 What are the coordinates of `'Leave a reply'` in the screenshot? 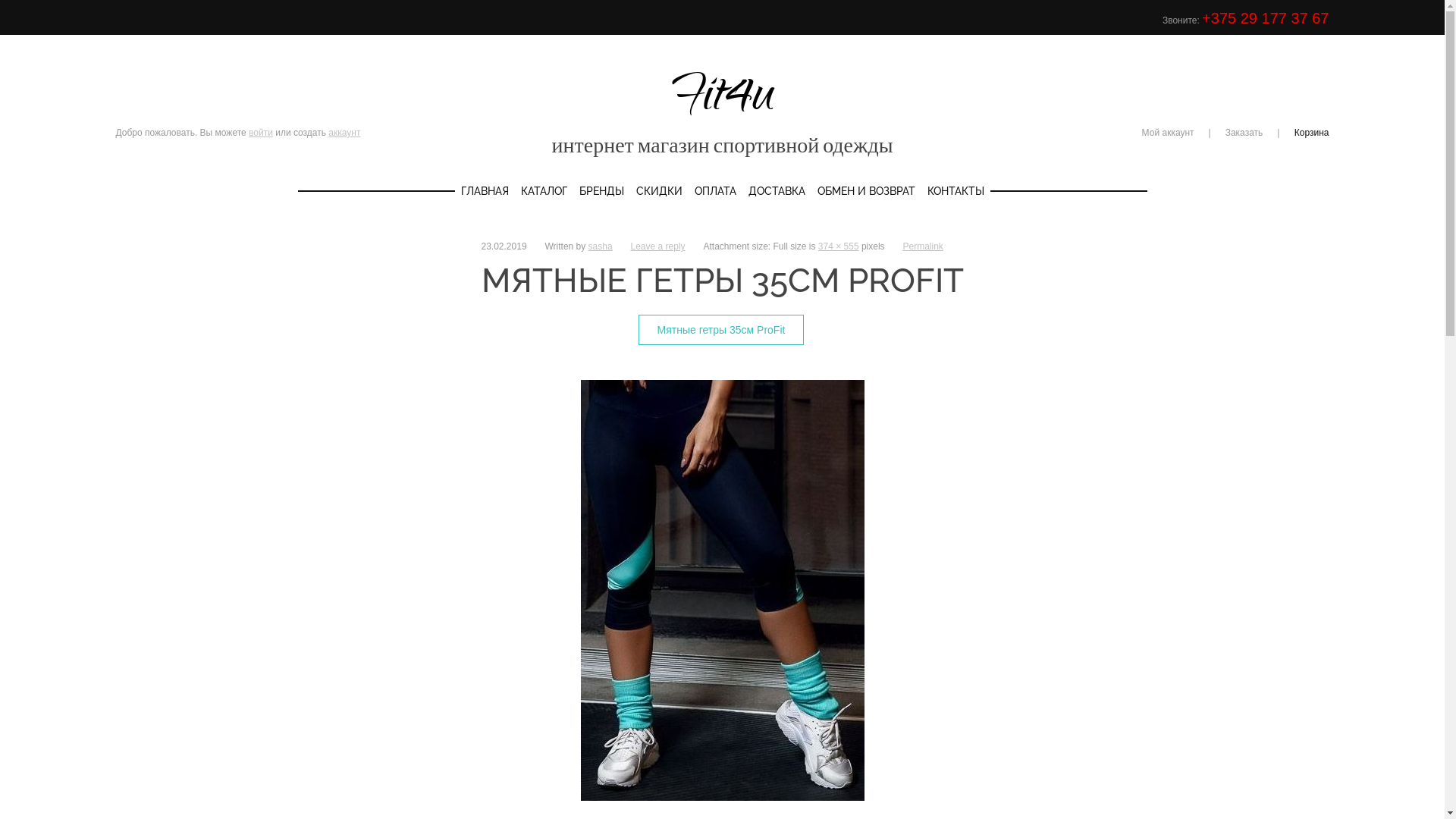 It's located at (658, 245).